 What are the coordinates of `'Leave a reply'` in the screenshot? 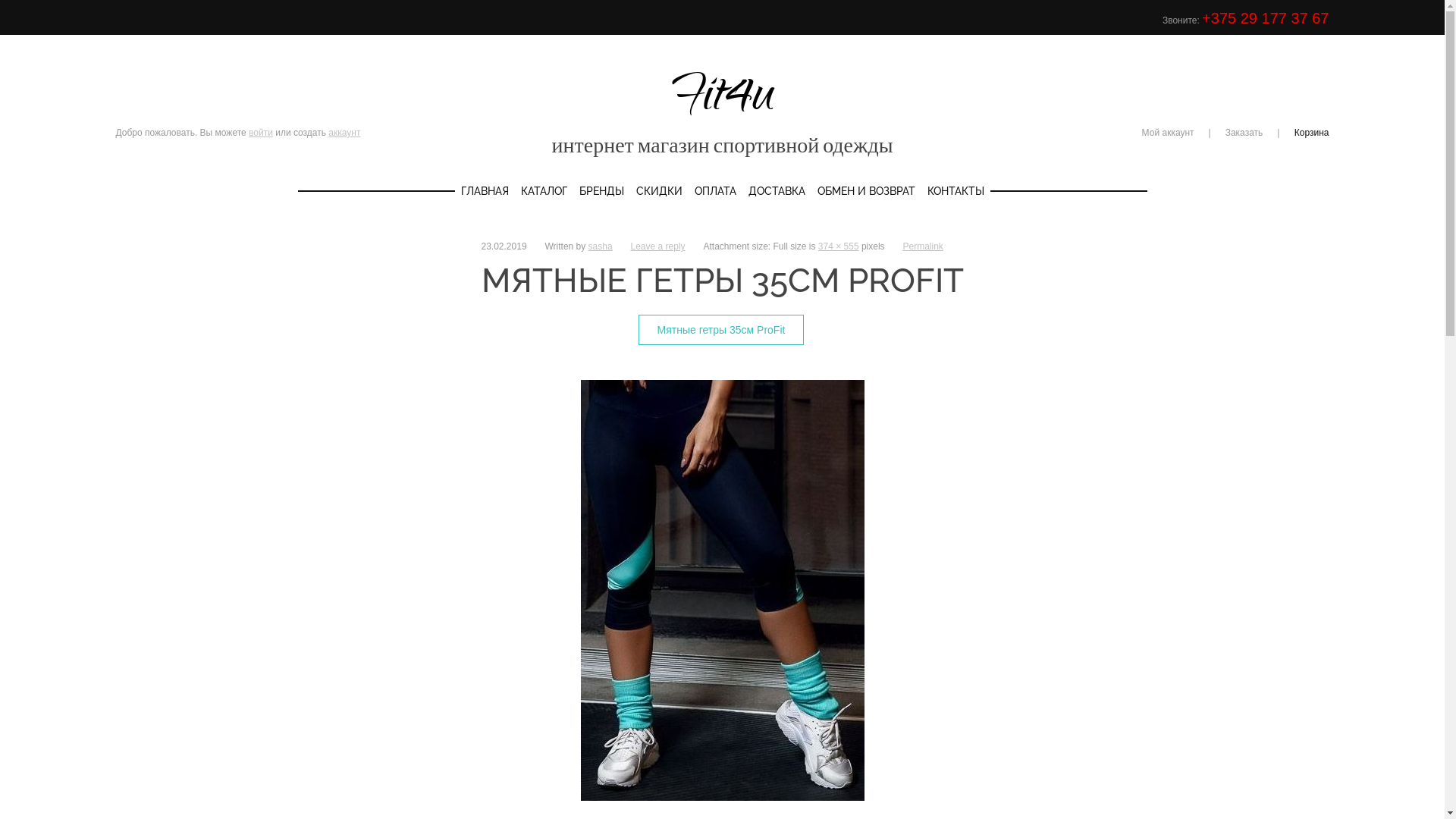 It's located at (658, 245).